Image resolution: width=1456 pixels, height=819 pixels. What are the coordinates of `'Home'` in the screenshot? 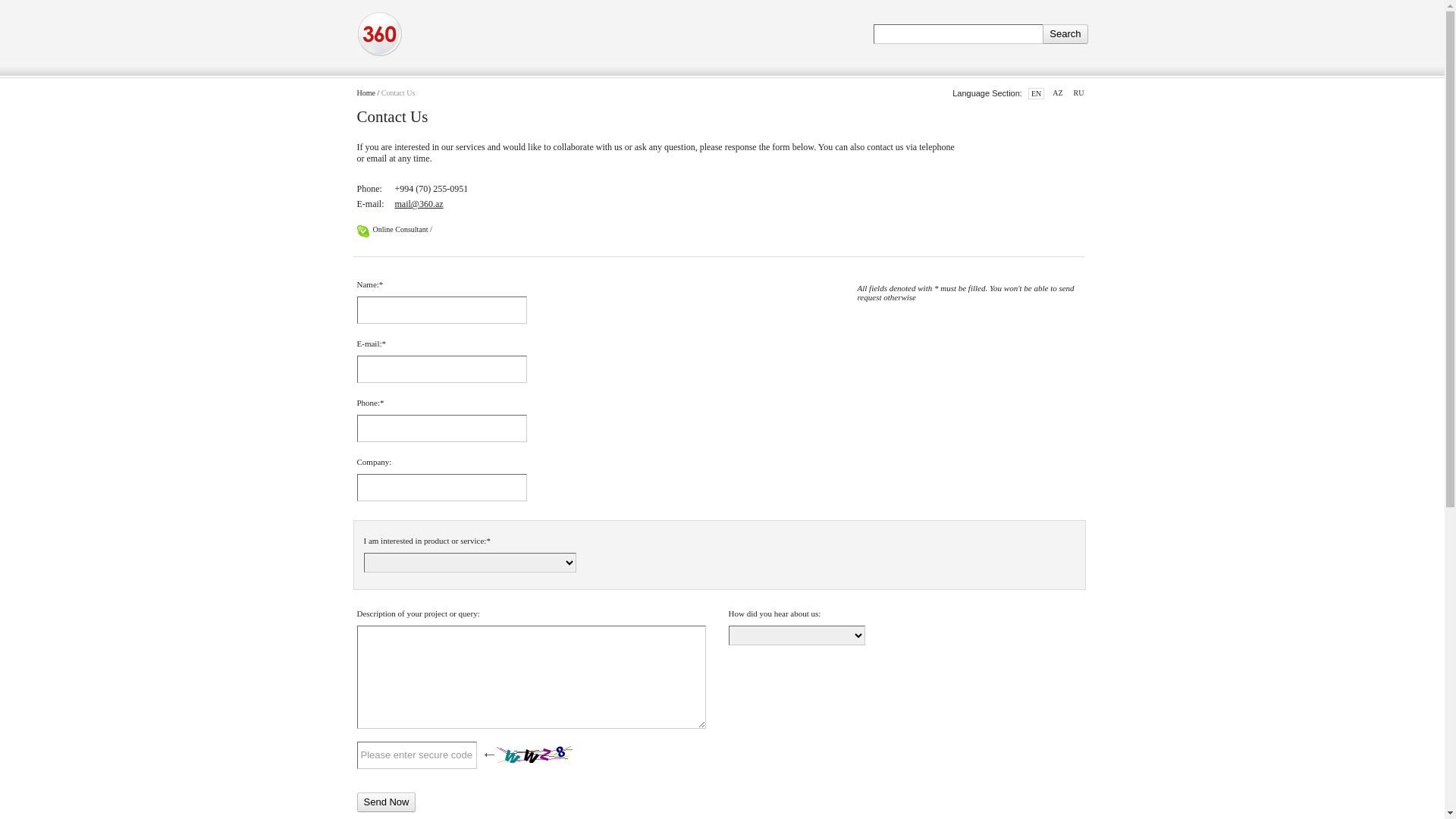 It's located at (365, 93).